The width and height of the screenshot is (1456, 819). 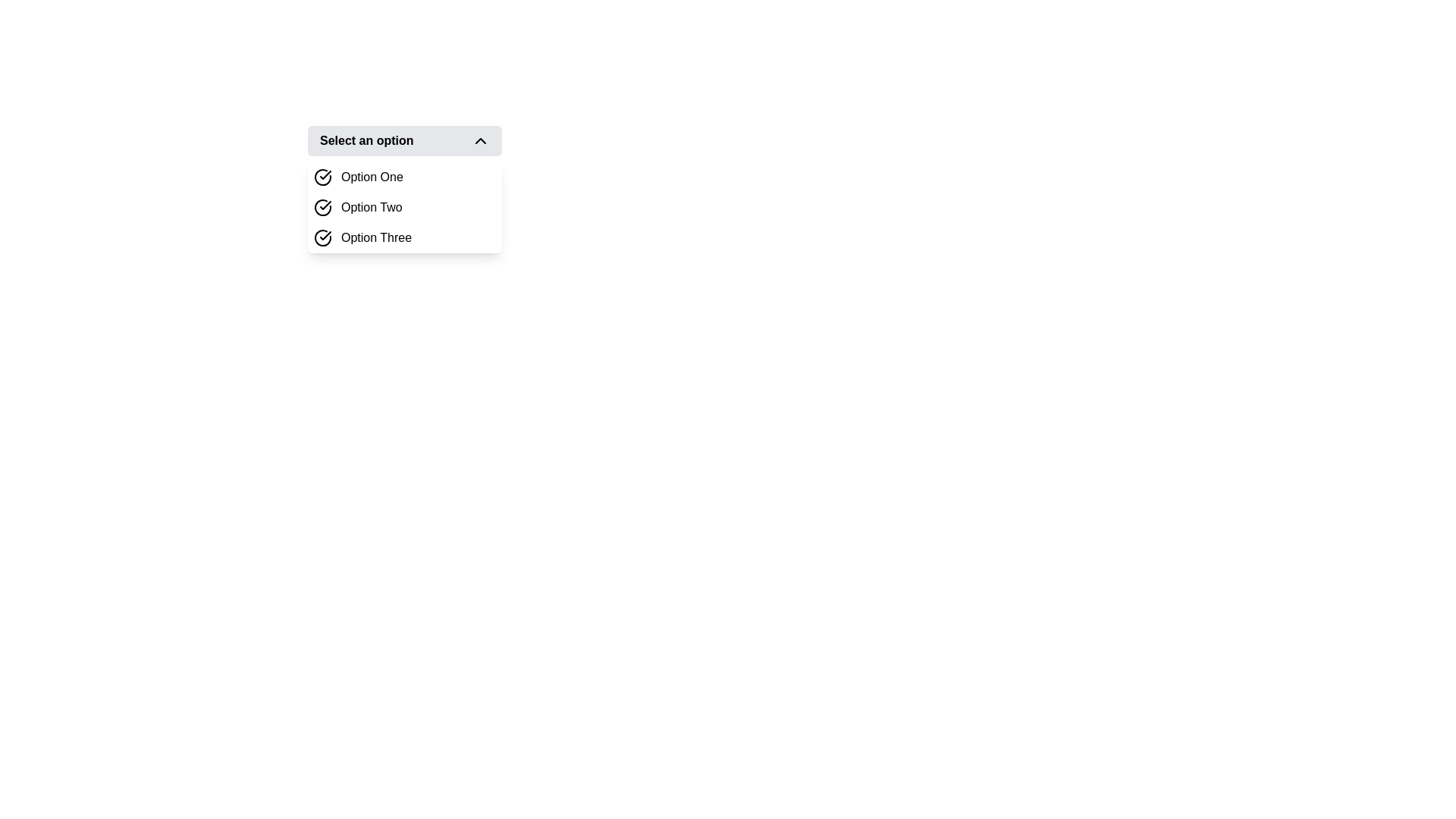 What do you see at coordinates (479, 140) in the screenshot?
I see `the arrow icon at the right end of the 'Select an option' button` at bounding box center [479, 140].